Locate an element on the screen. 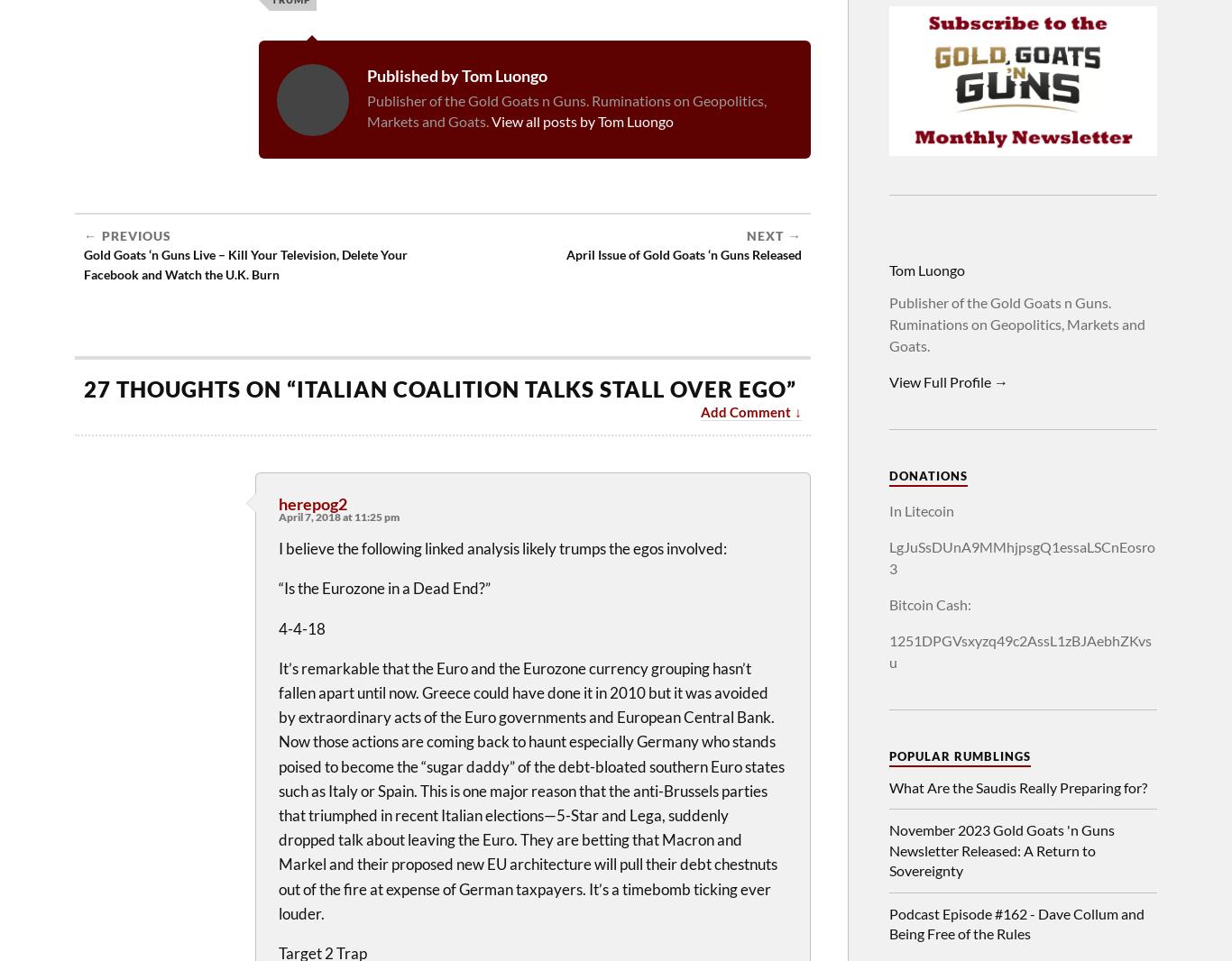 Image resolution: width=1232 pixels, height=961 pixels. '1251DPGVsxyzq49c2AssL1zBJAebhZKvsu' is located at coordinates (888, 650).